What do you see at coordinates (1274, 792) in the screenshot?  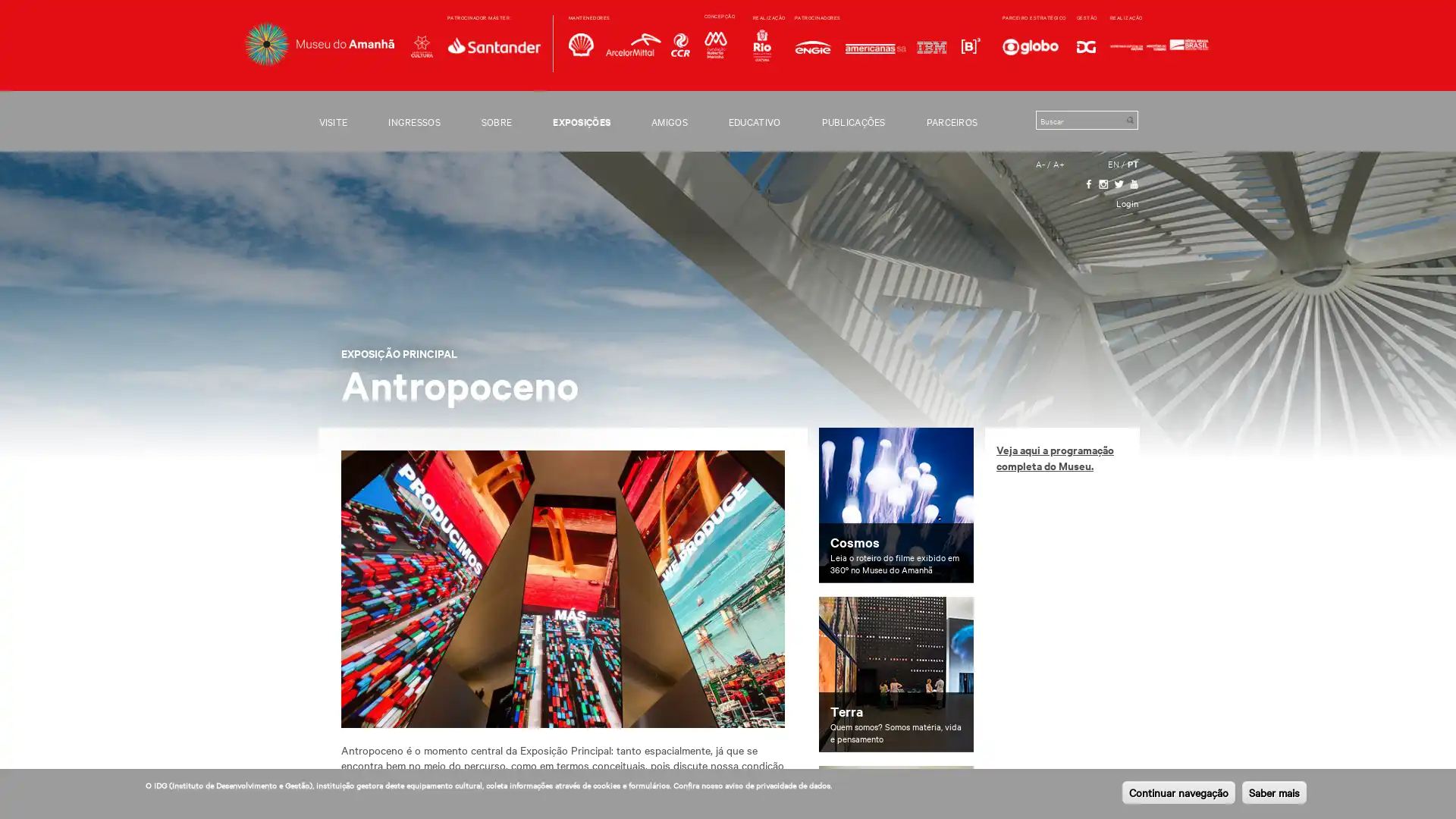 I see `Saber mais` at bounding box center [1274, 792].